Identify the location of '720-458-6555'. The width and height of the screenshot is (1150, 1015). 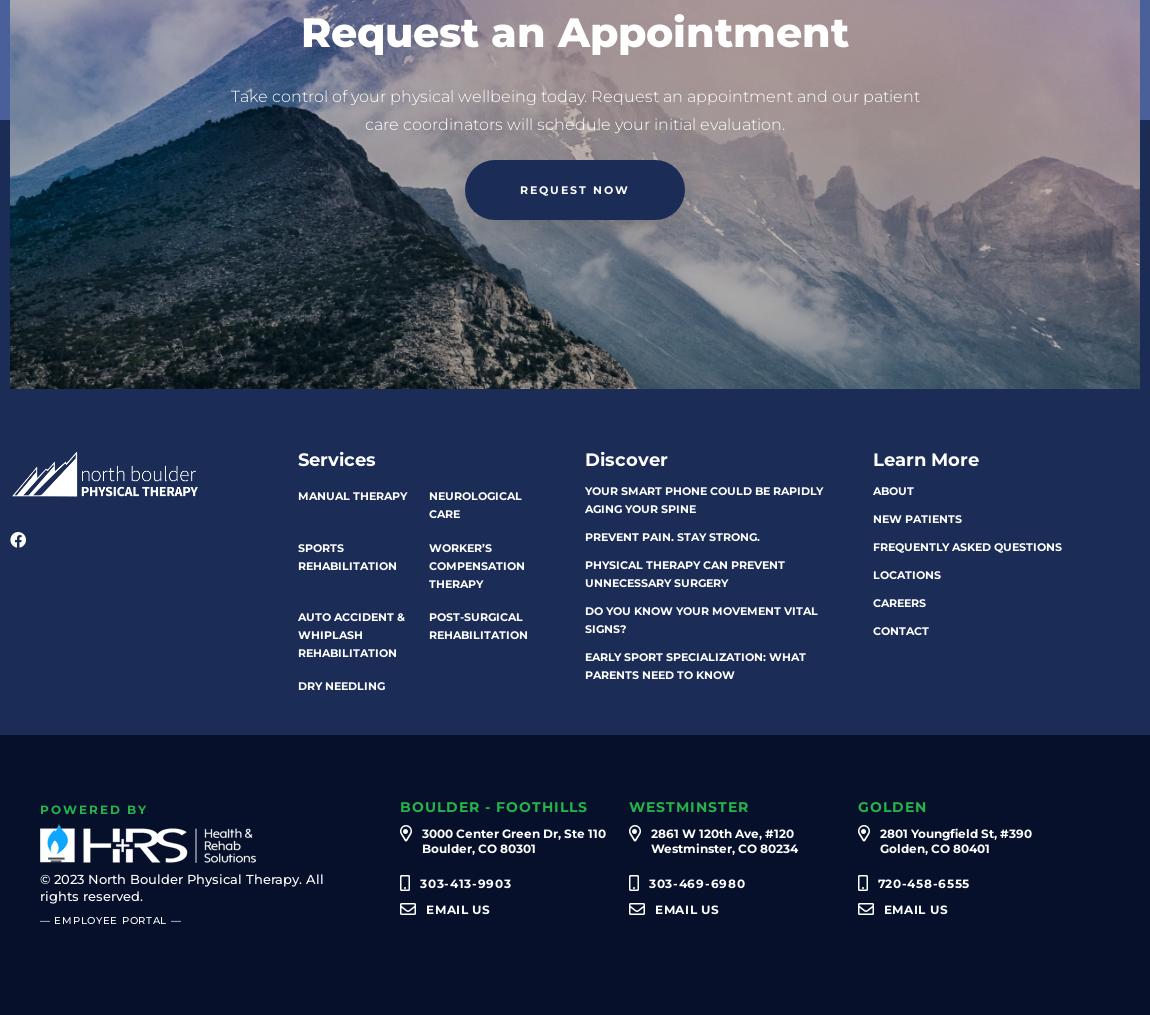
(923, 882).